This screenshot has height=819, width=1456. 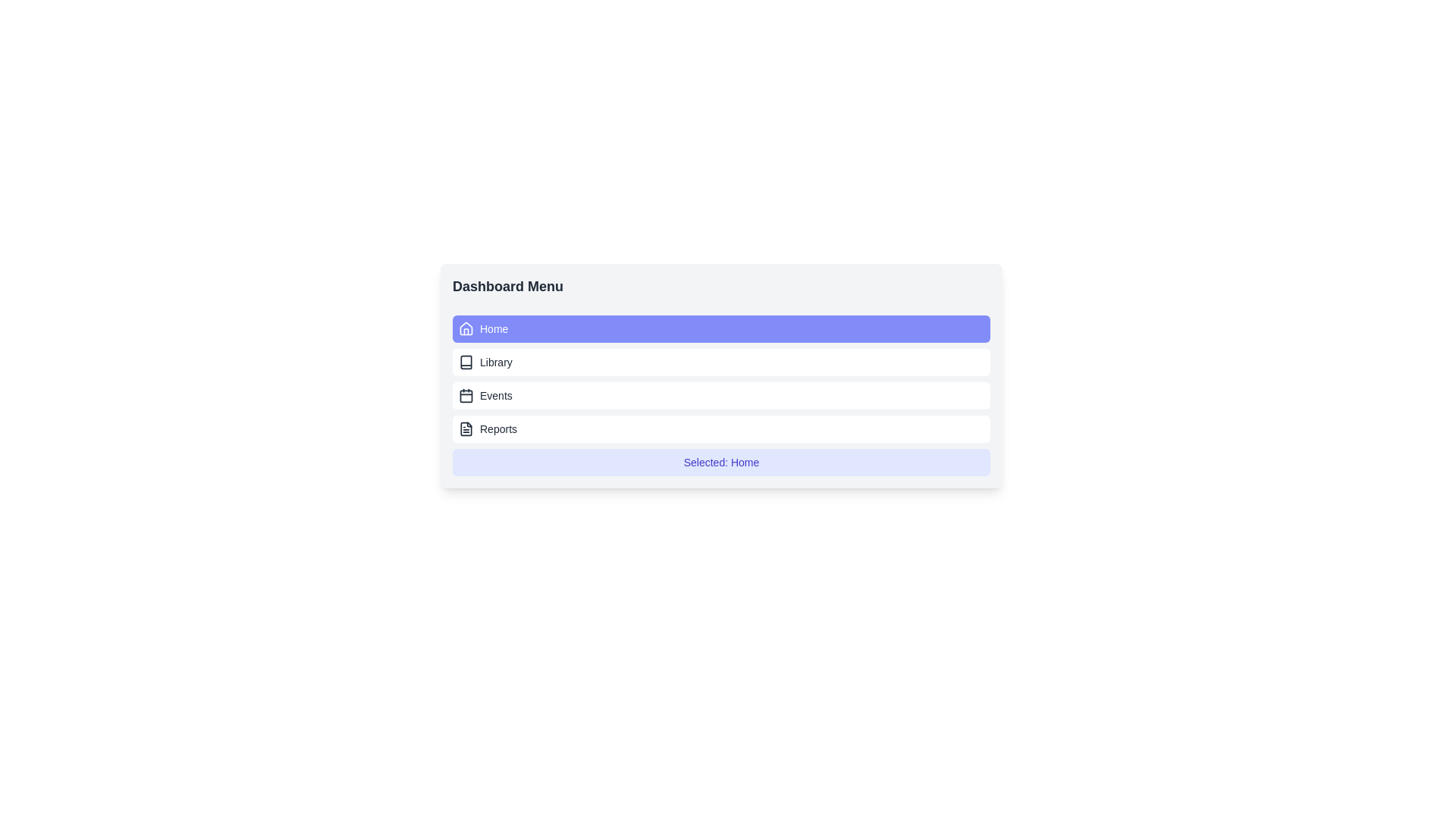 I want to click on the menu button labeled Events, so click(x=720, y=394).